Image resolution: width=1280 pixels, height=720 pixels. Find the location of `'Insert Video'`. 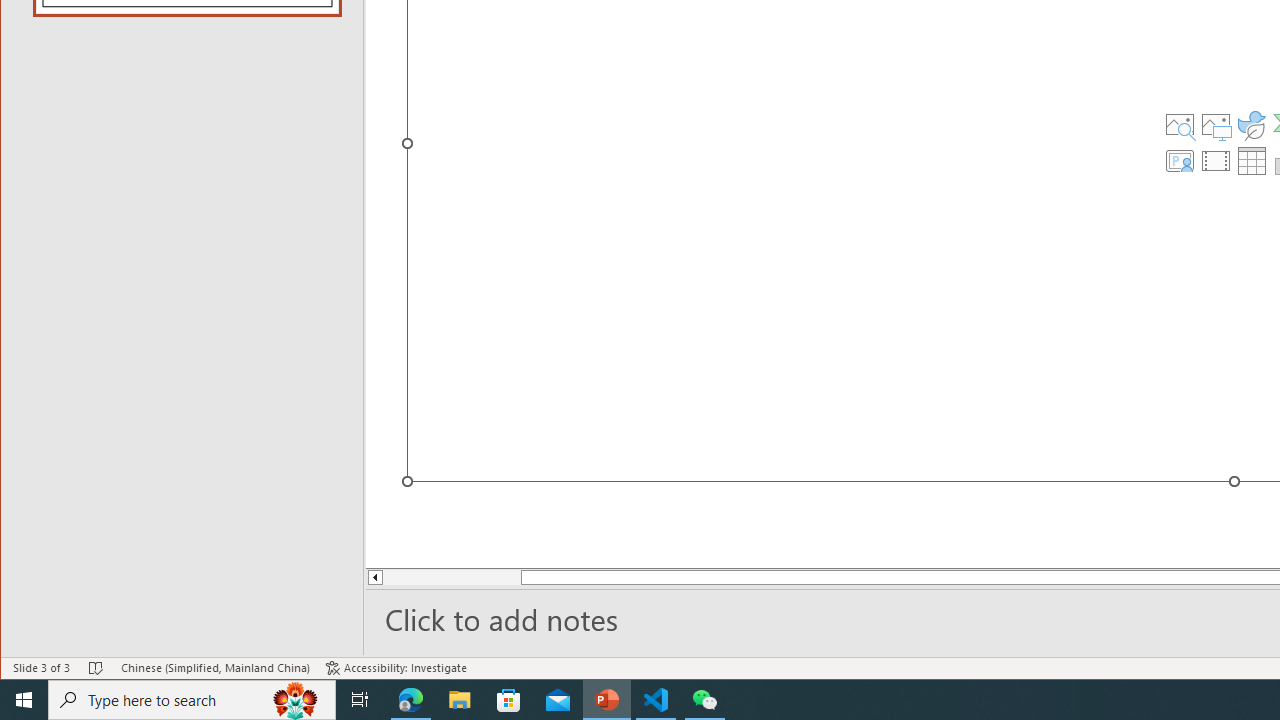

'Insert Video' is located at coordinates (1215, 159).